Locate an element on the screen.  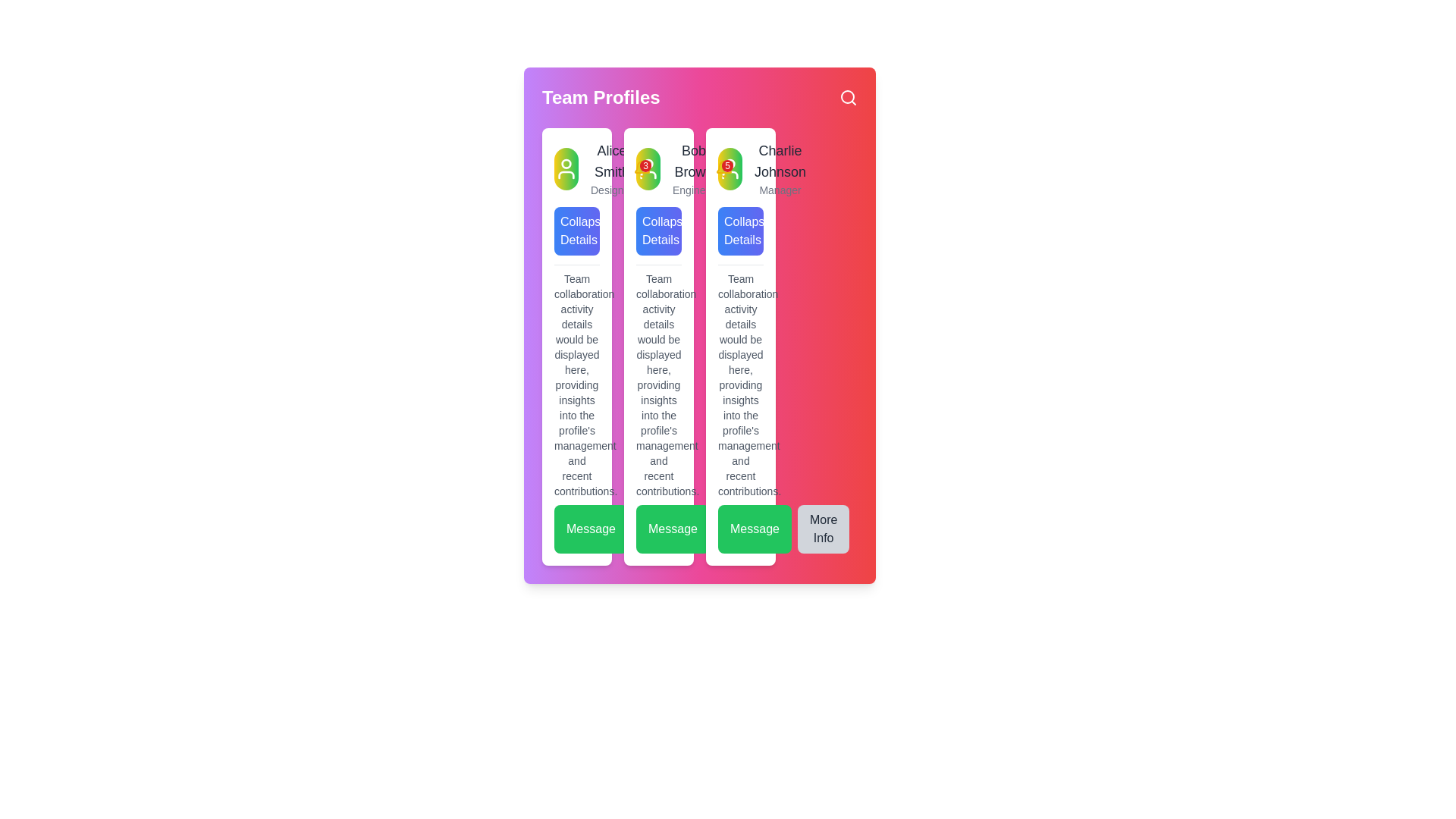
text label displaying 'Designer' located below the name 'Alice Smith' in the profile card is located at coordinates (611, 189).